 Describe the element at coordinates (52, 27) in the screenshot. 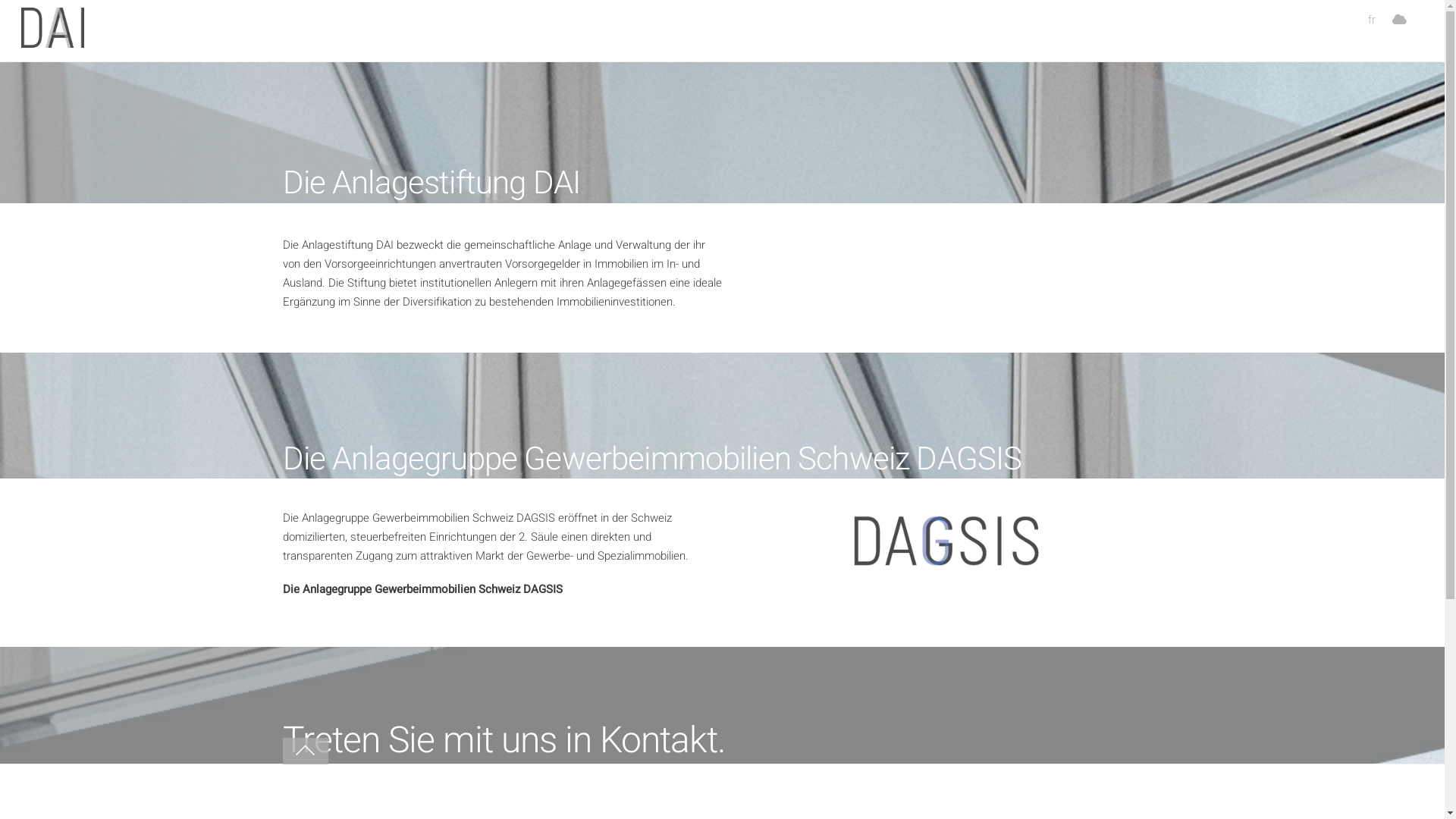

I see `'Anlagestiftungdai'` at that location.